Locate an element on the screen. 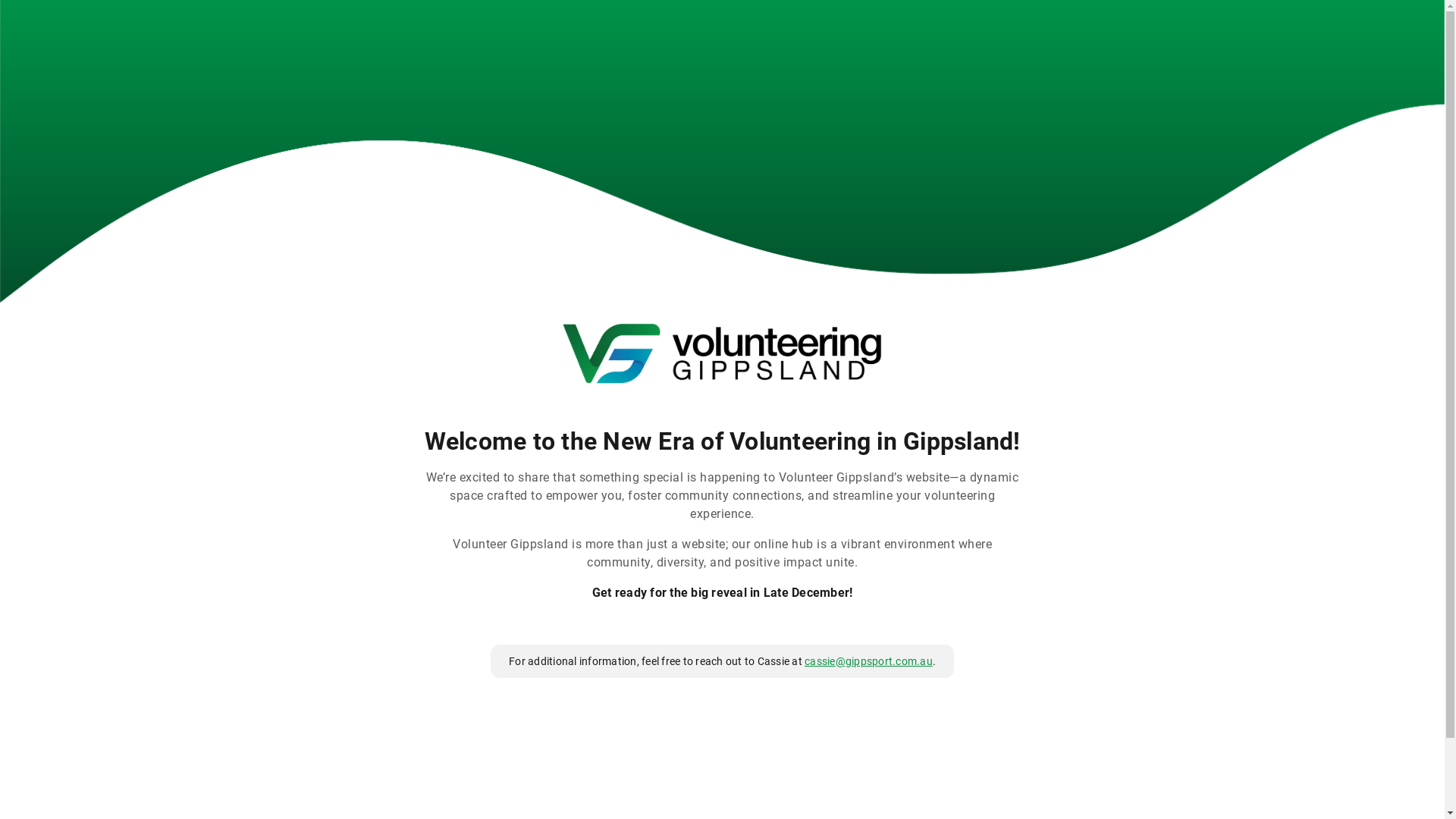 The height and width of the screenshot is (819, 1456). 'cassie@gippsport.com.au' is located at coordinates (868, 660).